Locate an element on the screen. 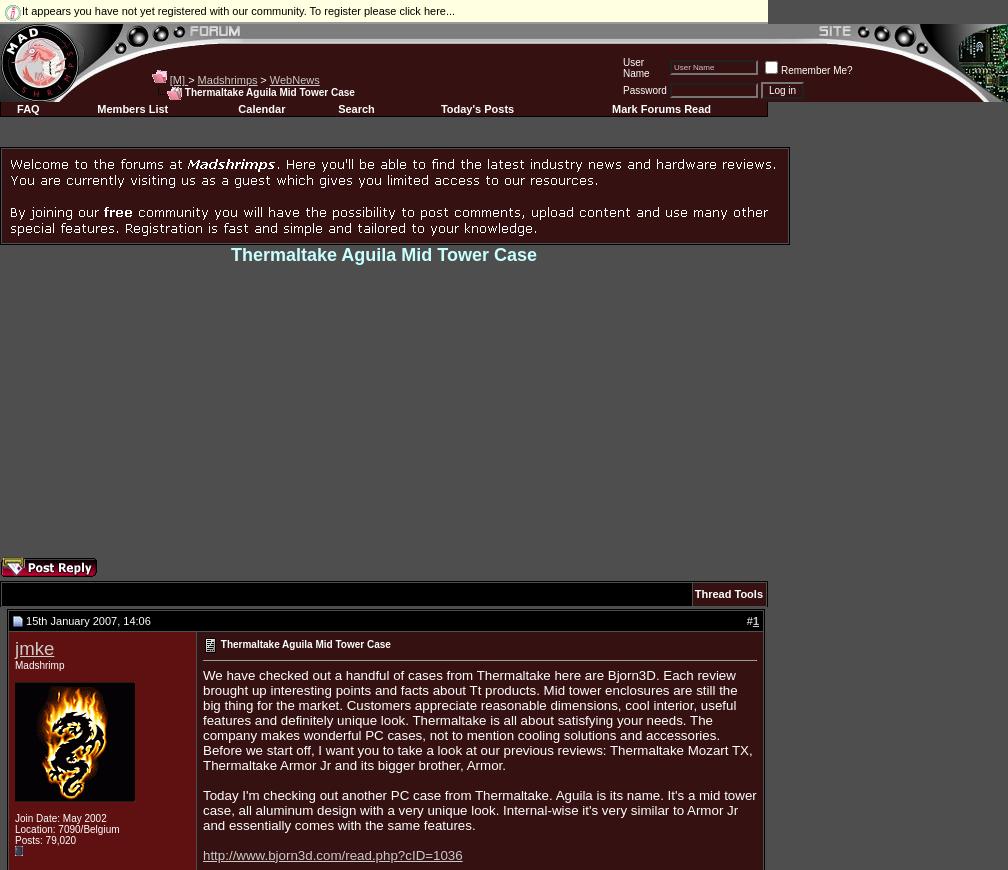 This screenshot has width=1008, height=870. 'Thread Tools' is located at coordinates (728, 593).